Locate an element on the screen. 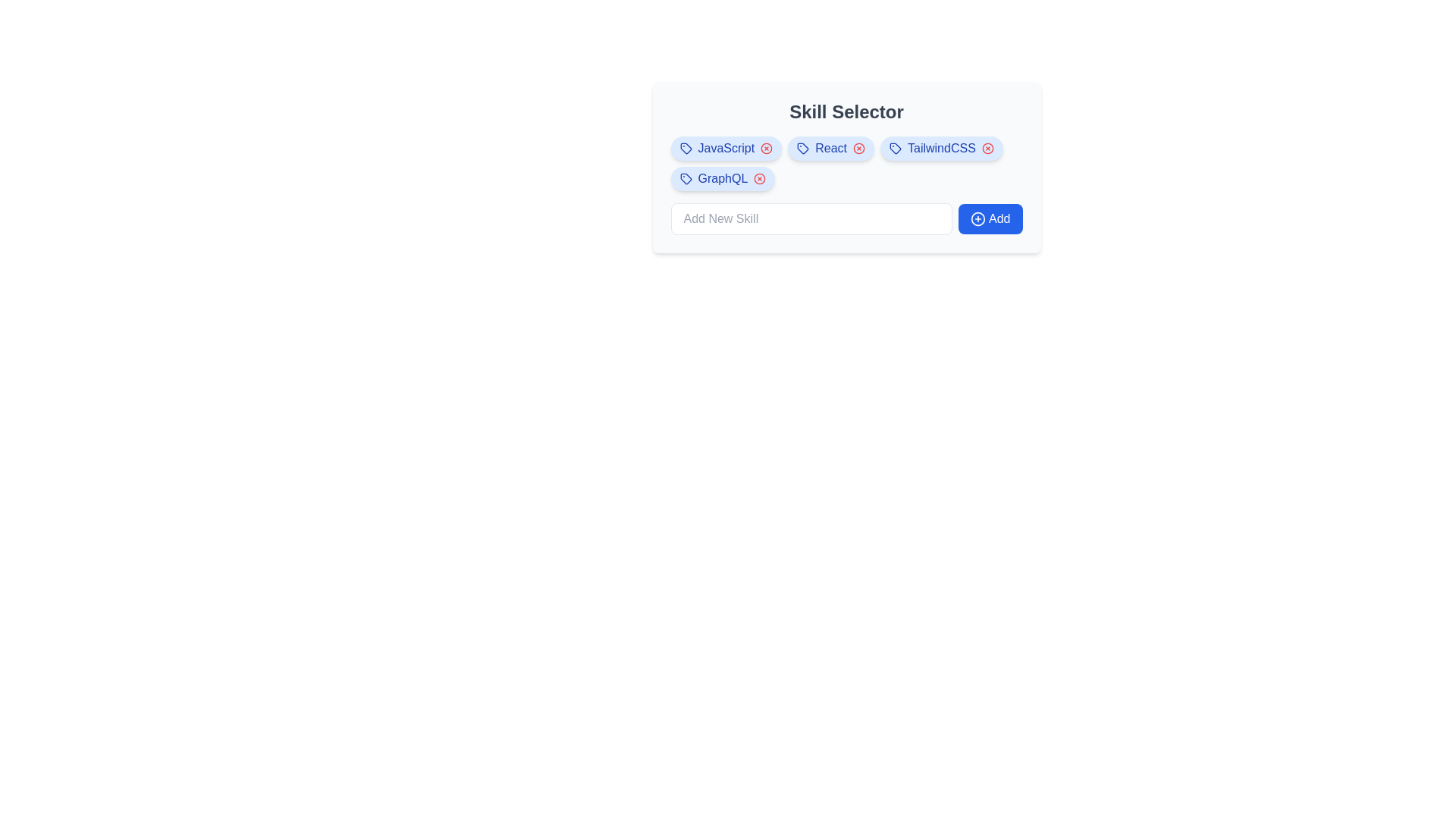  the remove button for the skill TailwindCSS is located at coordinates (987, 149).